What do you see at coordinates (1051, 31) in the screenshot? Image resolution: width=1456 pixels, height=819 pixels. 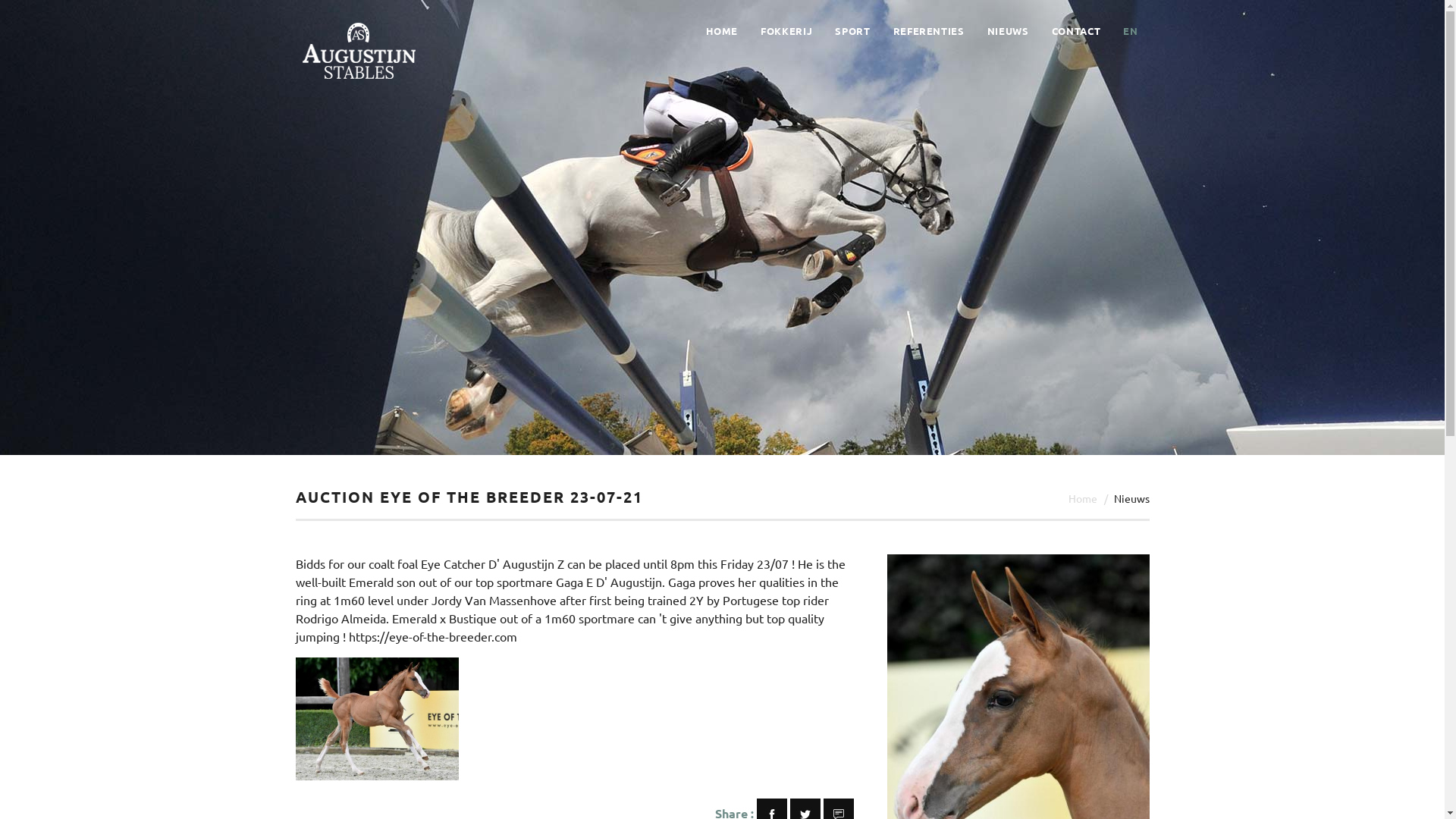 I see `'CONTACT'` at bounding box center [1051, 31].